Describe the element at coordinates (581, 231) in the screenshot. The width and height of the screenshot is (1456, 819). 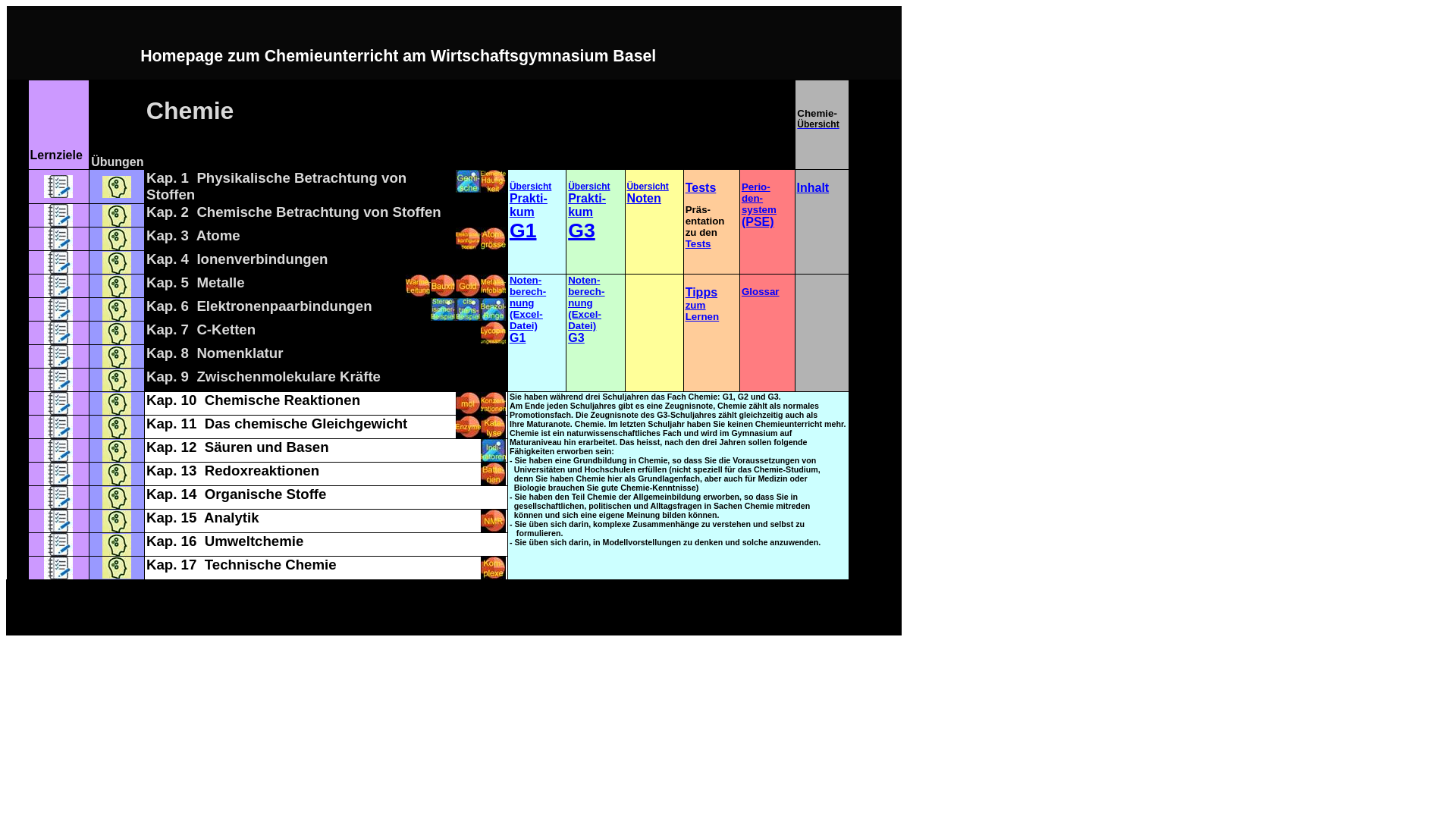
I see `'G3'` at that location.